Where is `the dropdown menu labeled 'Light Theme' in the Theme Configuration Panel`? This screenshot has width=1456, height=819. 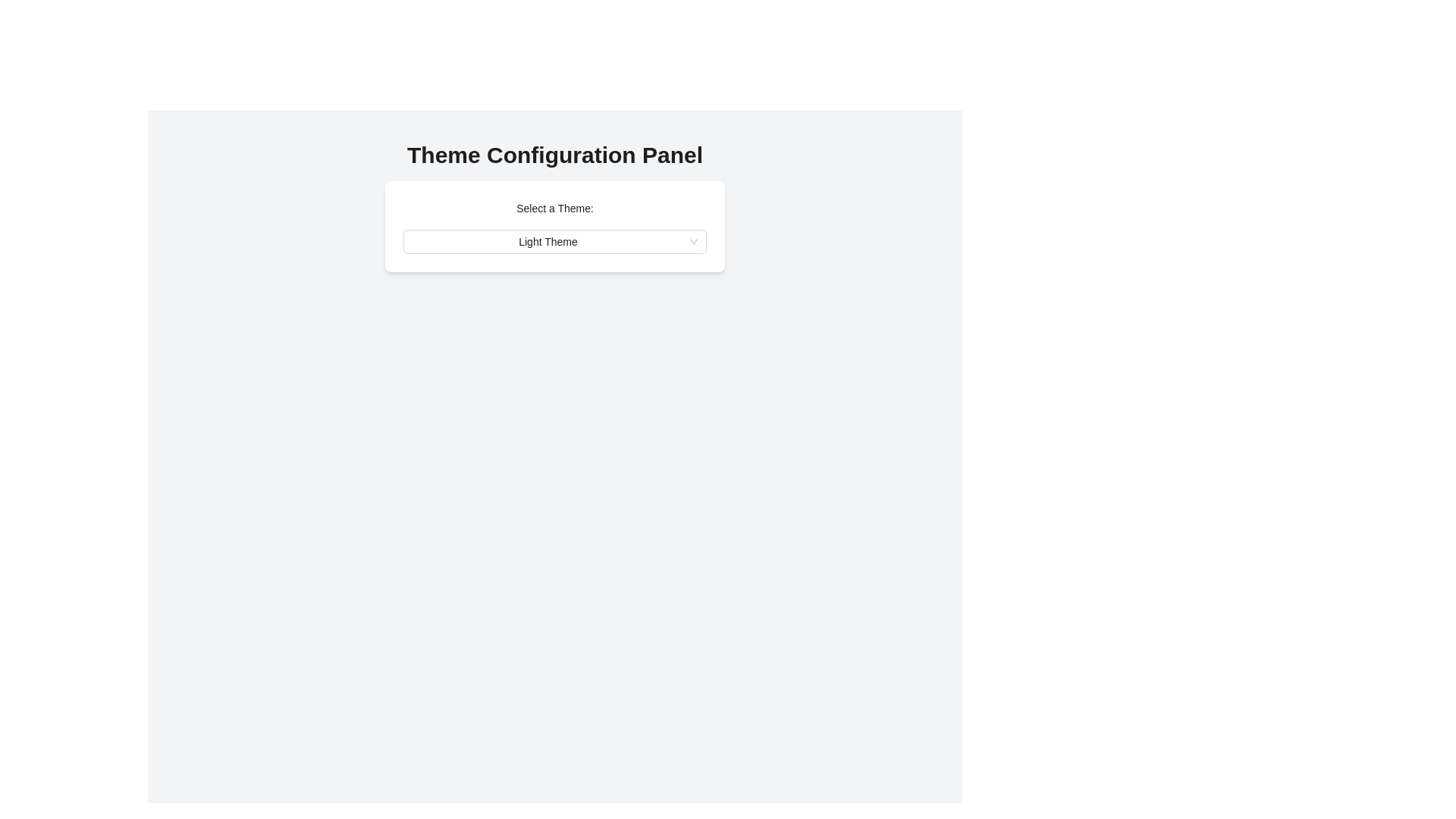
the dropdown menu labeled 'Light Theme' in the Theme Configuration Panel is located at coordinates (554, 241).